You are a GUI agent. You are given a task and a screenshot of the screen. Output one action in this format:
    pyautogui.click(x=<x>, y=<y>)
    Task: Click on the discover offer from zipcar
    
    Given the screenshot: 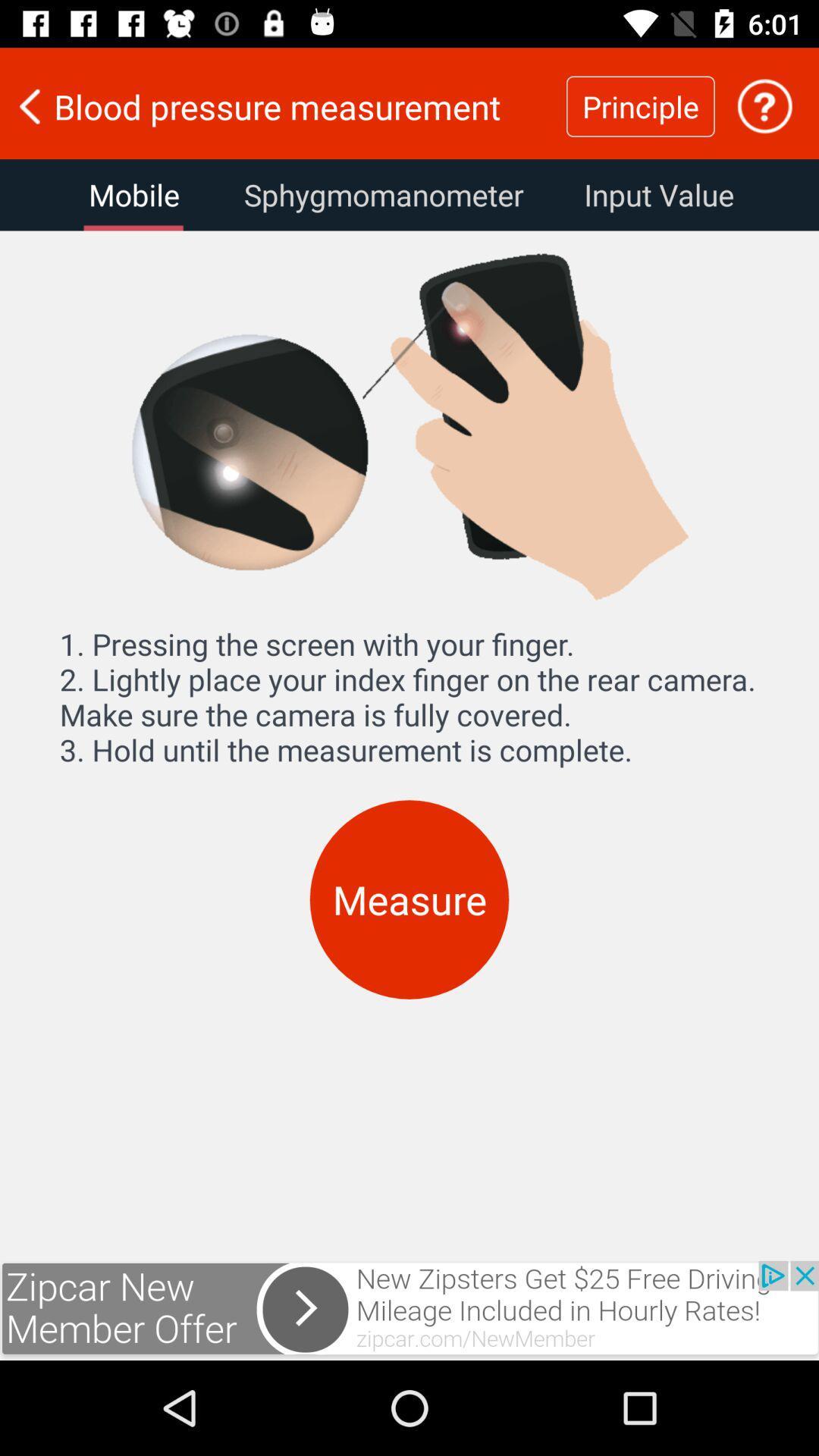 What is the action you would take?
    pyautogui.click(x=409, y=1310)
    